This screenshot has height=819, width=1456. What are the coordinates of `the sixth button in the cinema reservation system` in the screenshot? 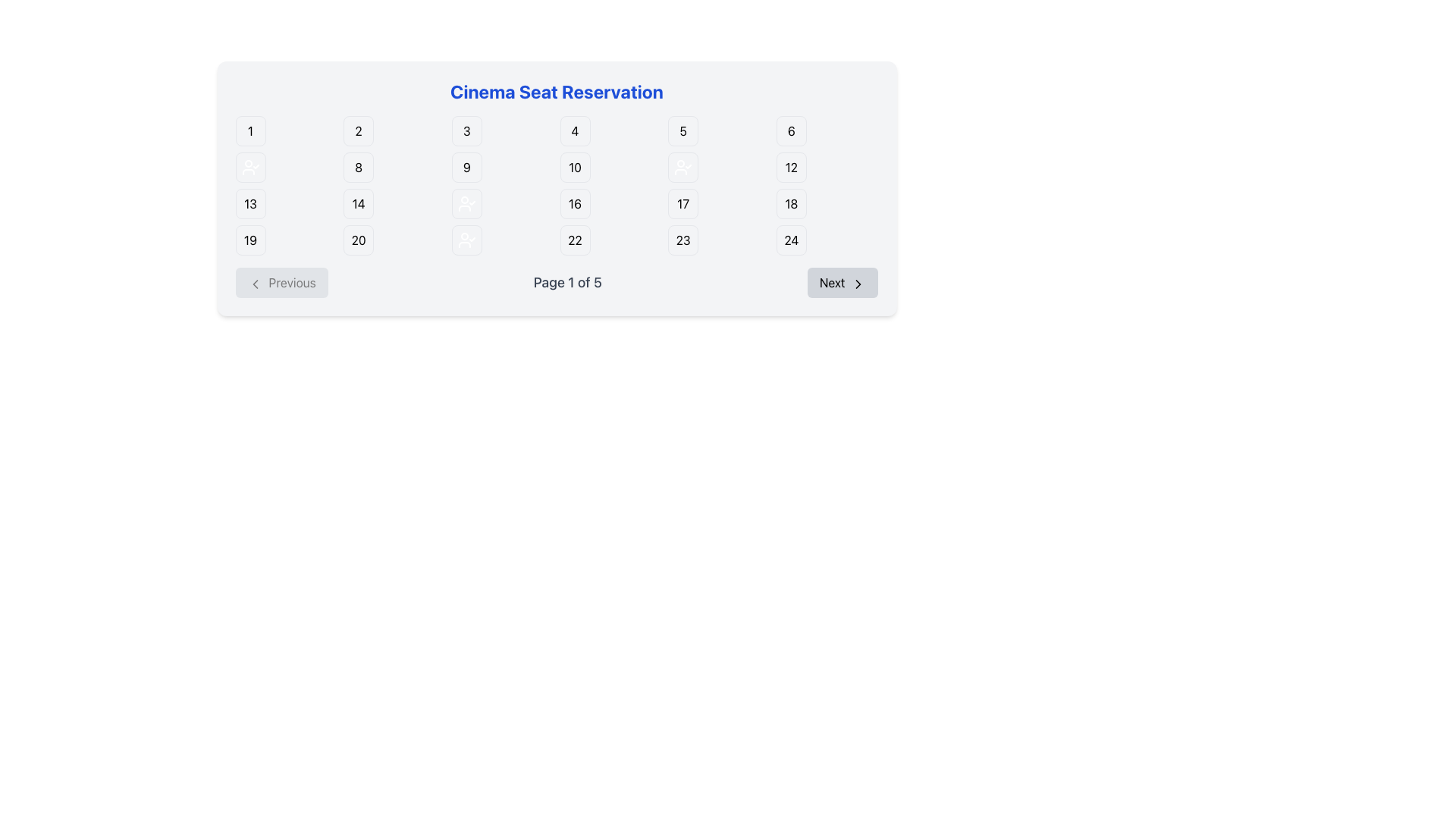 It's located at (790, 130).